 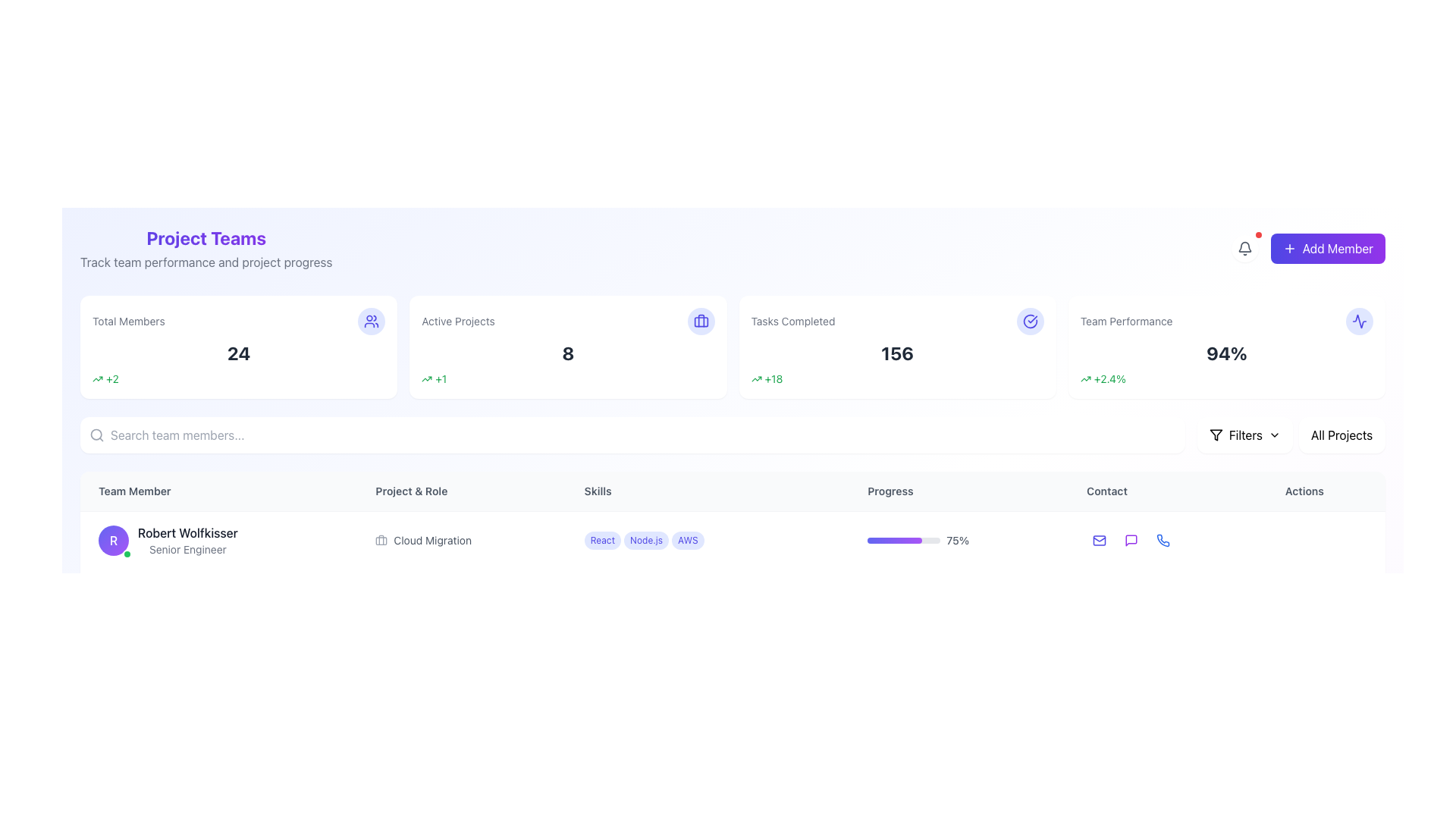 I want to click on value displayed in the static text element that represents the count of completed tasks, located in the 'Tasks Completed' section of the dashboard interface, so click(x=897, y=353).